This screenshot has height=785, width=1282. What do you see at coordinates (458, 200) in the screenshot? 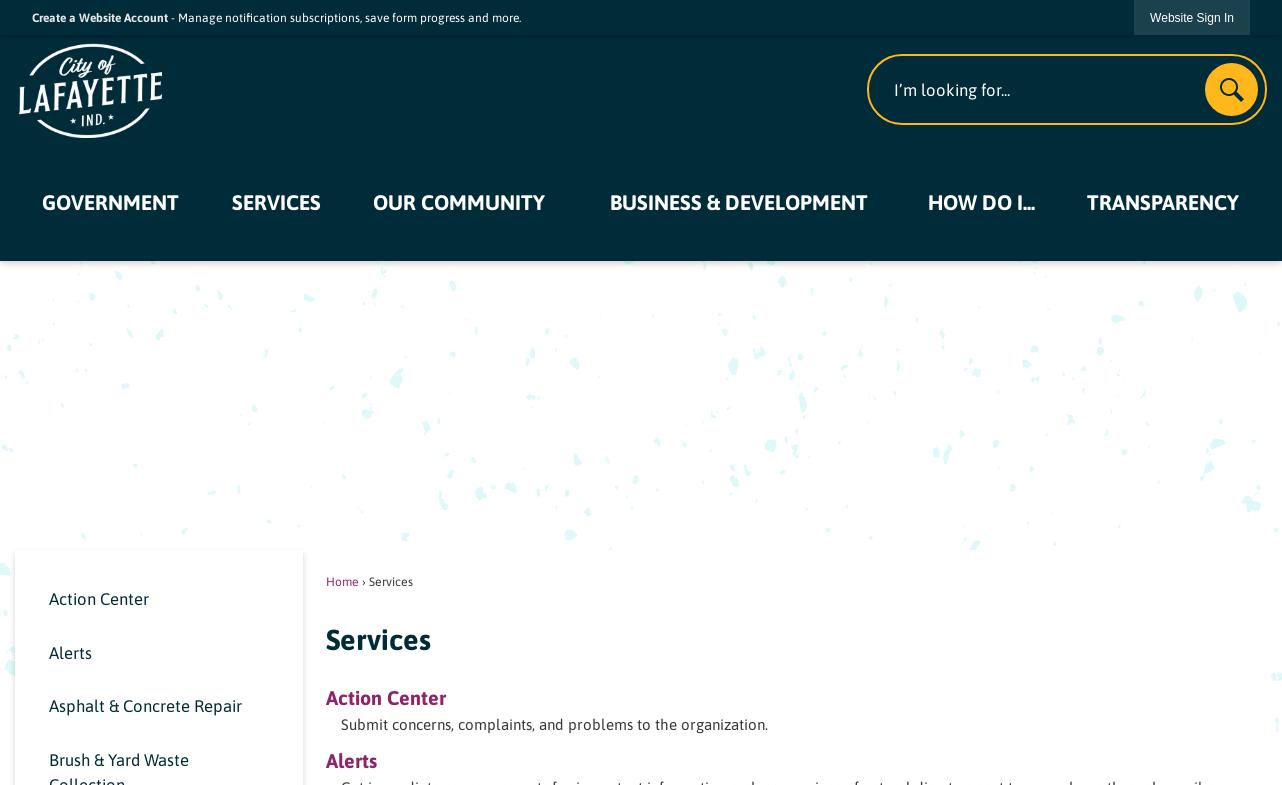
I see `'Our Community'` at bounding box center [458, 200].